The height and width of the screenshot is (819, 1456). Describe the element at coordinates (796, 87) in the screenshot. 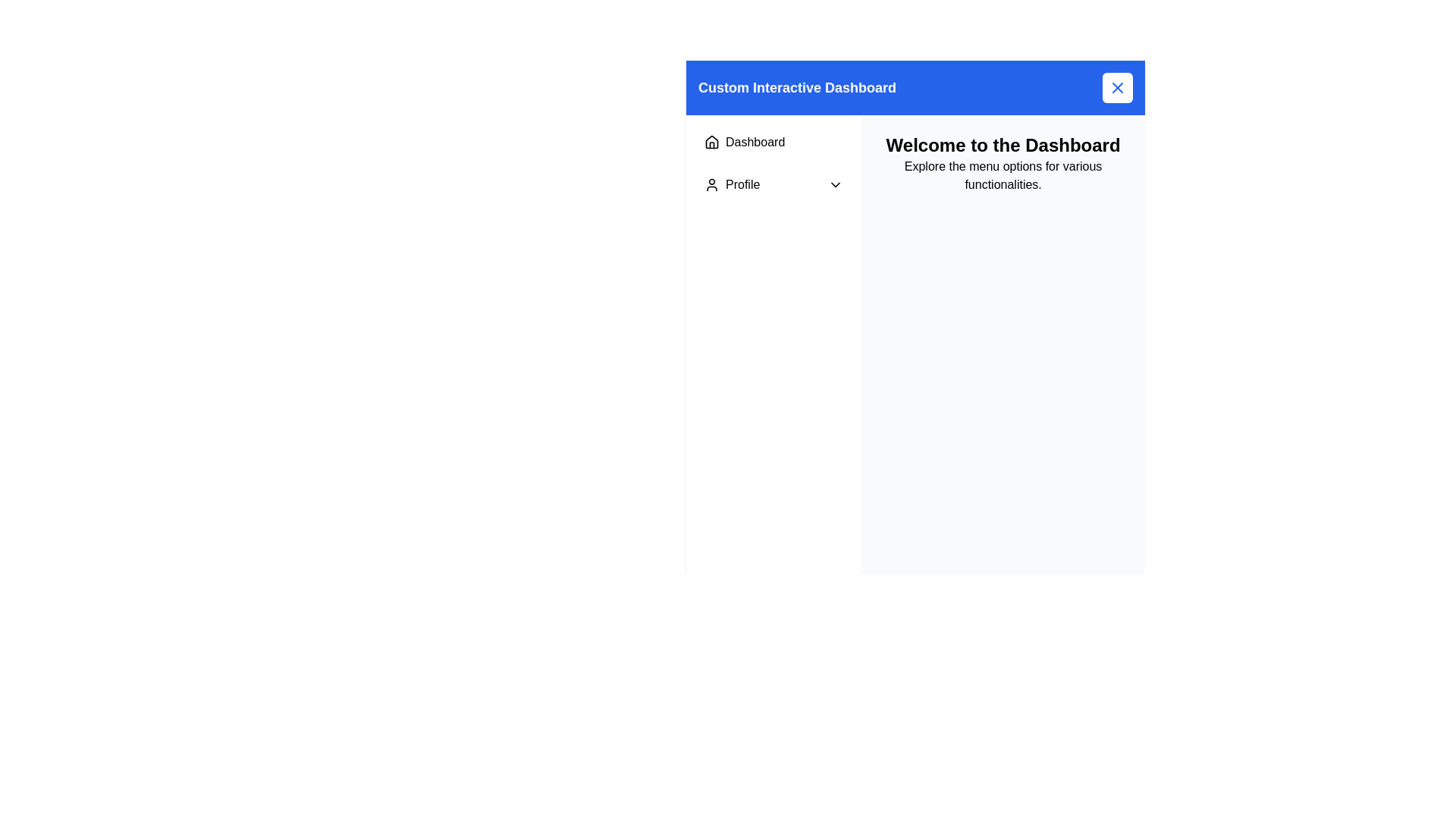

I see `the static text label indicating 'Custom Interactive Dashboard', which serves as the title of the current interface, located at the center-left part of the blue header bar` at that location.